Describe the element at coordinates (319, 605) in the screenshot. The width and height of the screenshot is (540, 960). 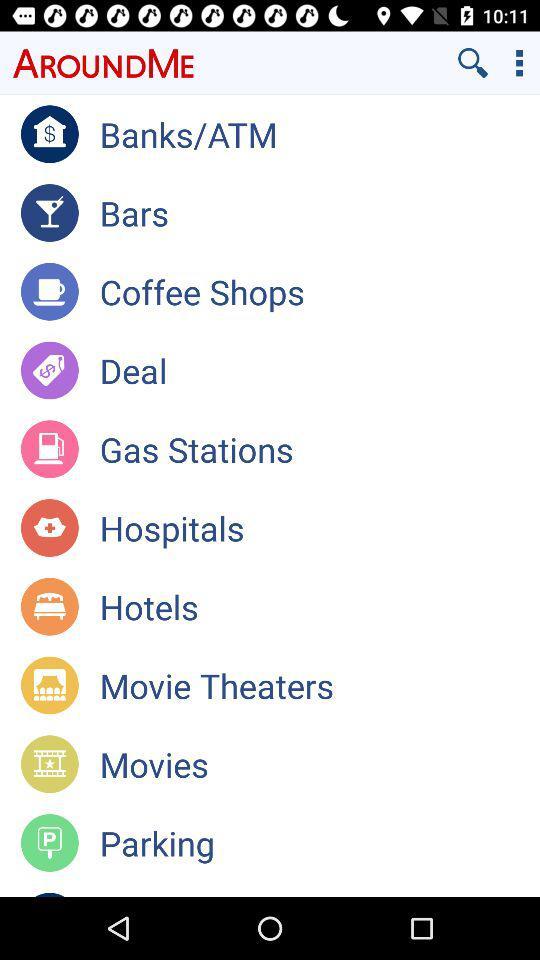
I see `app above the movie theaters item` at that location.